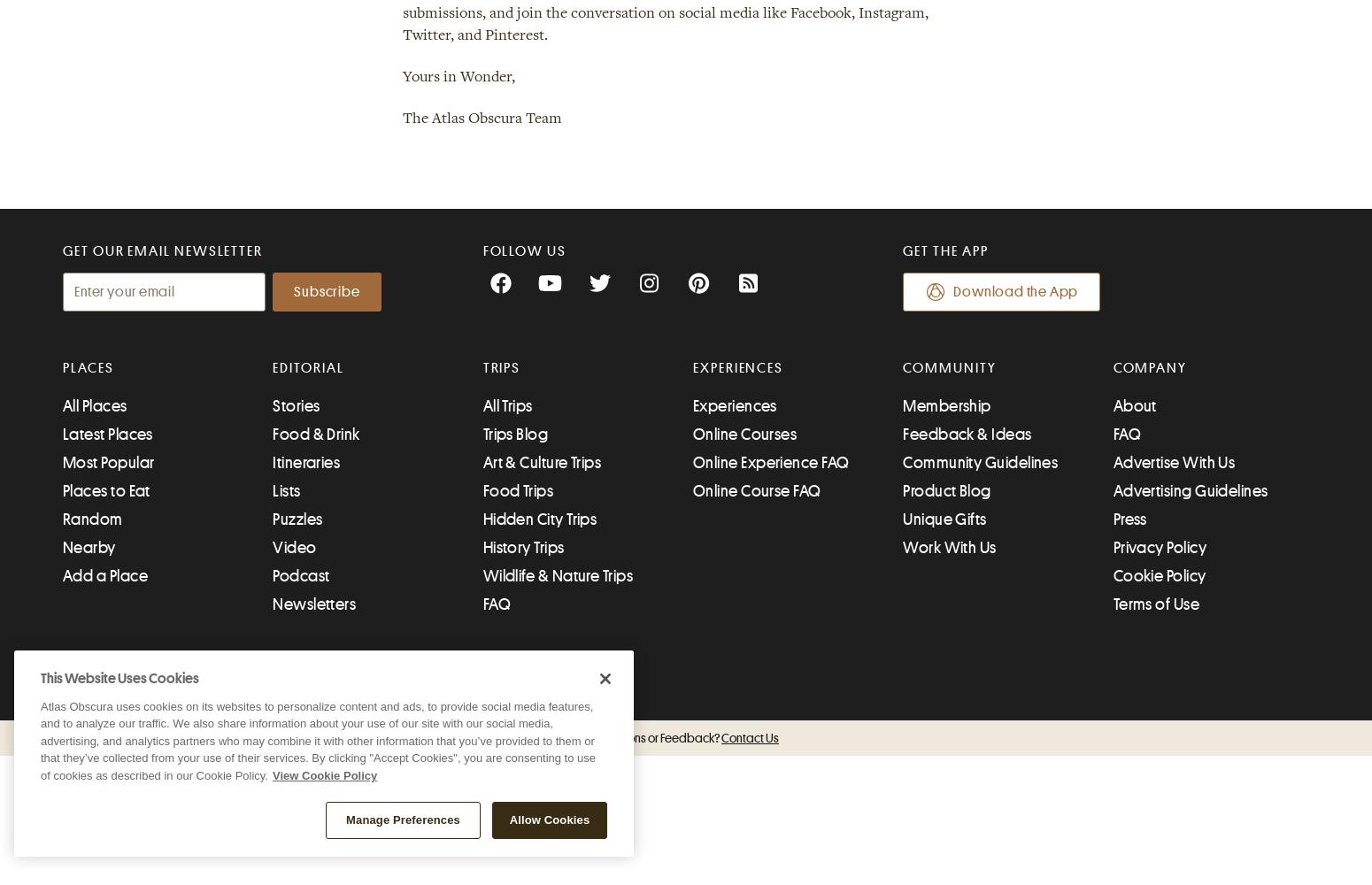 The width and height of the screenshot is (1372, 885). What do you see at coordinates (744, 434) in the screenshot?
I see `'Online Courses'` at bounding box center [744, 434].